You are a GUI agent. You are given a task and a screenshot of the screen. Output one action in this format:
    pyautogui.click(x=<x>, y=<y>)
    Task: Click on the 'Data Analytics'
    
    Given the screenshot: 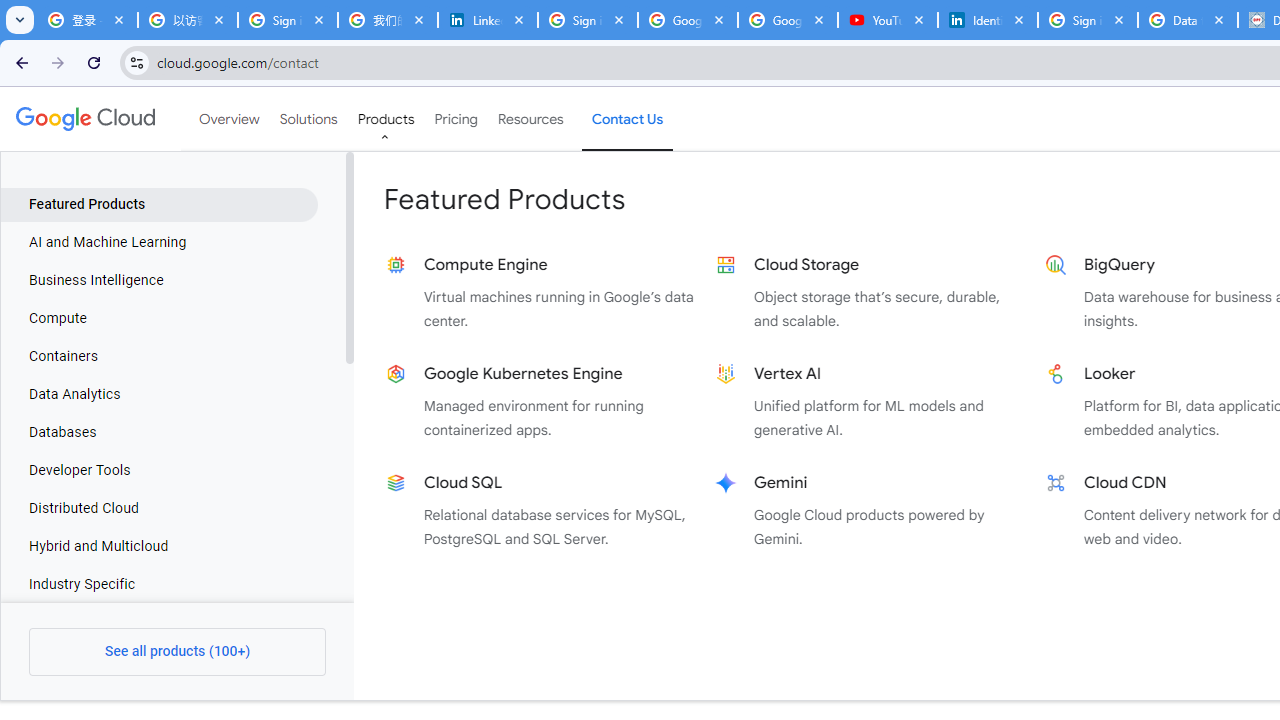 What is the action you would take?
    pyautogui.click(x=158, y=394)
    